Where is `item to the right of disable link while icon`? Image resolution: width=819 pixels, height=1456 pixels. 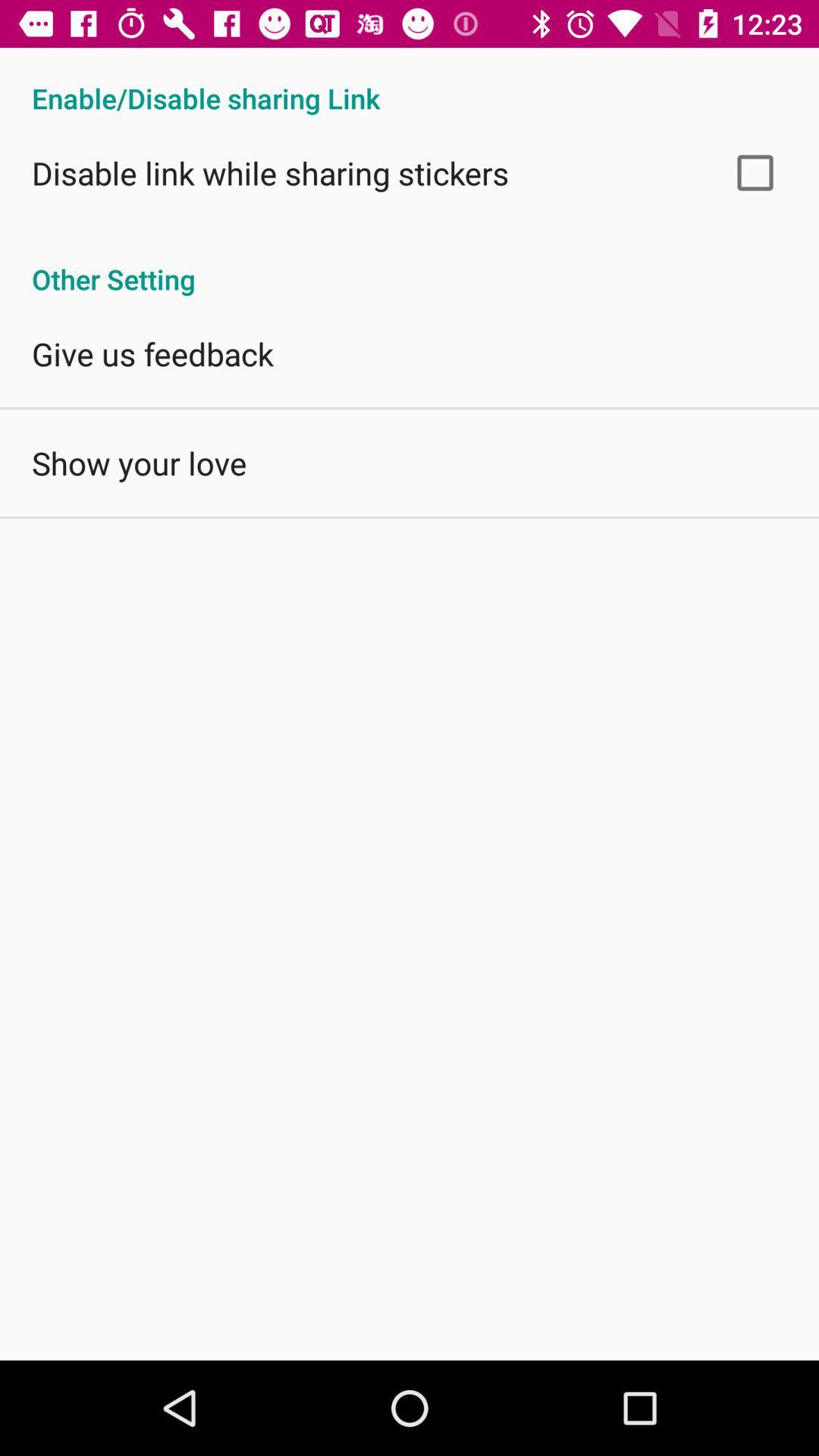
item to the right of disable link while icon is located at coordinates (755, 172).